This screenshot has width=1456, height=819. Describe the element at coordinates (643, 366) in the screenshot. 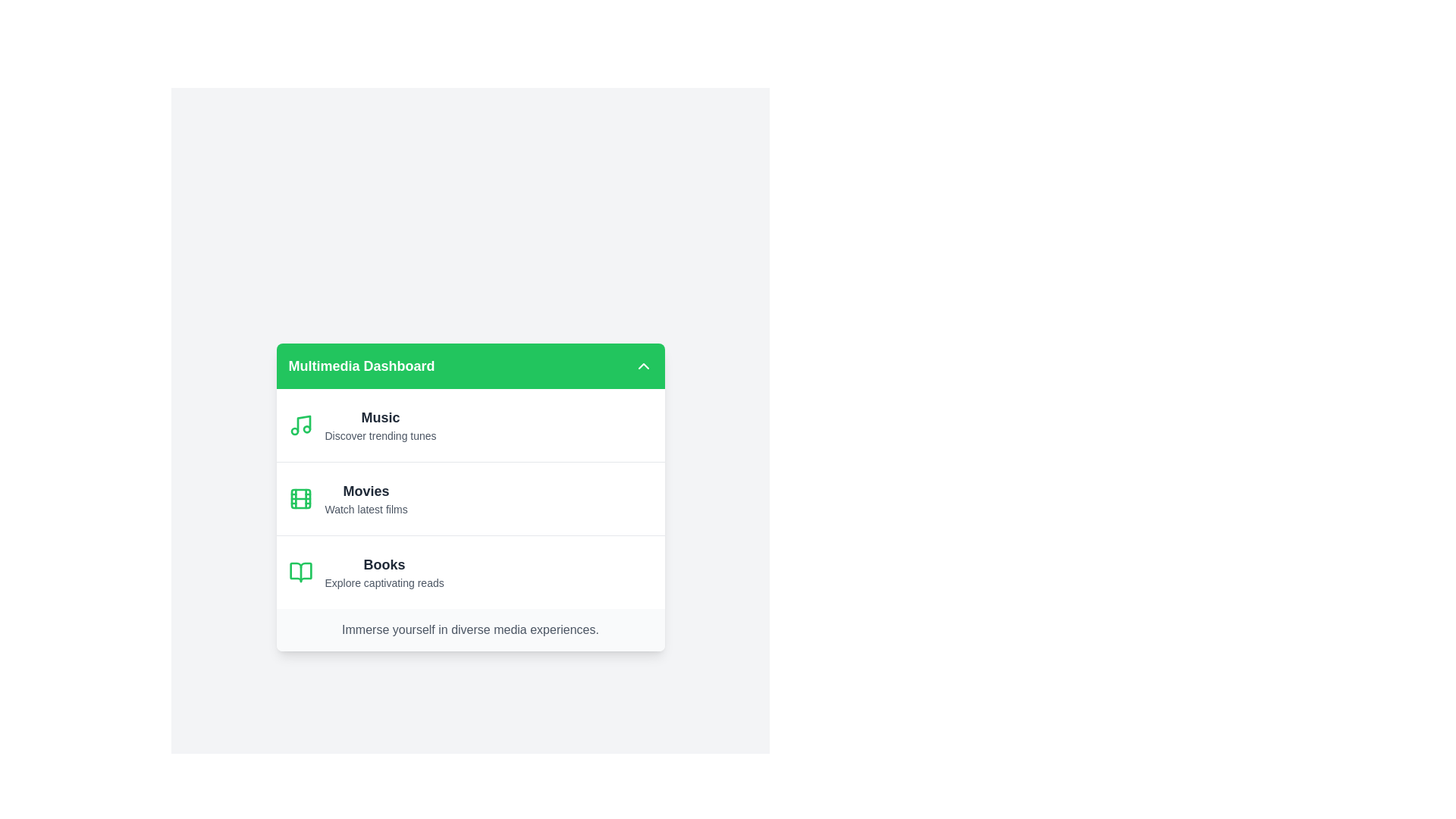

I see `the header button to toggle the menu visibility` at that location.